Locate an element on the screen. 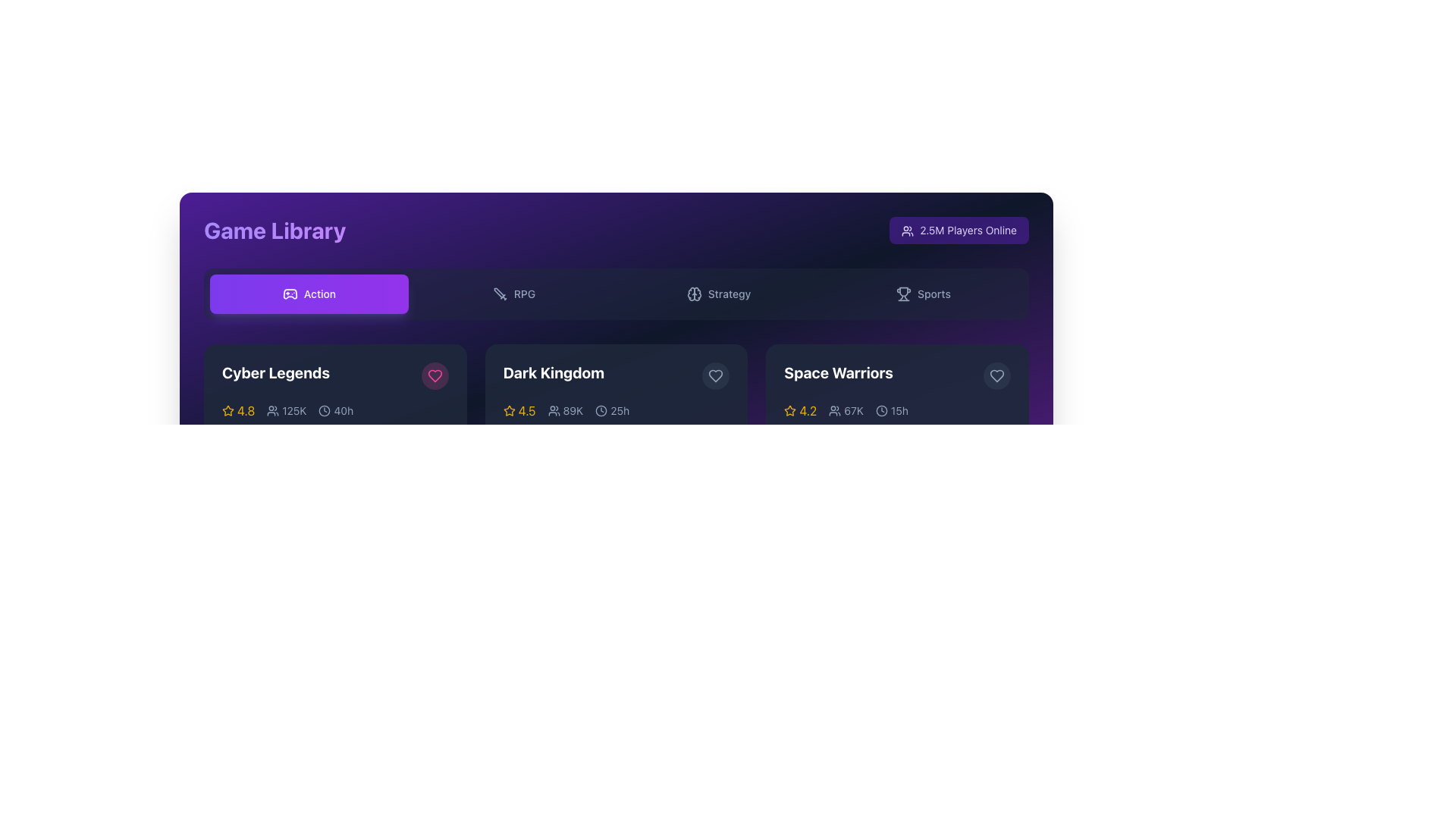 Image resolution: width=1456 pixels, height=819 pixels. the leftmost Text element that serves as a title or label for the associated item in the horizontally-aligned row of similar elements is located at coordinates (553, 373).